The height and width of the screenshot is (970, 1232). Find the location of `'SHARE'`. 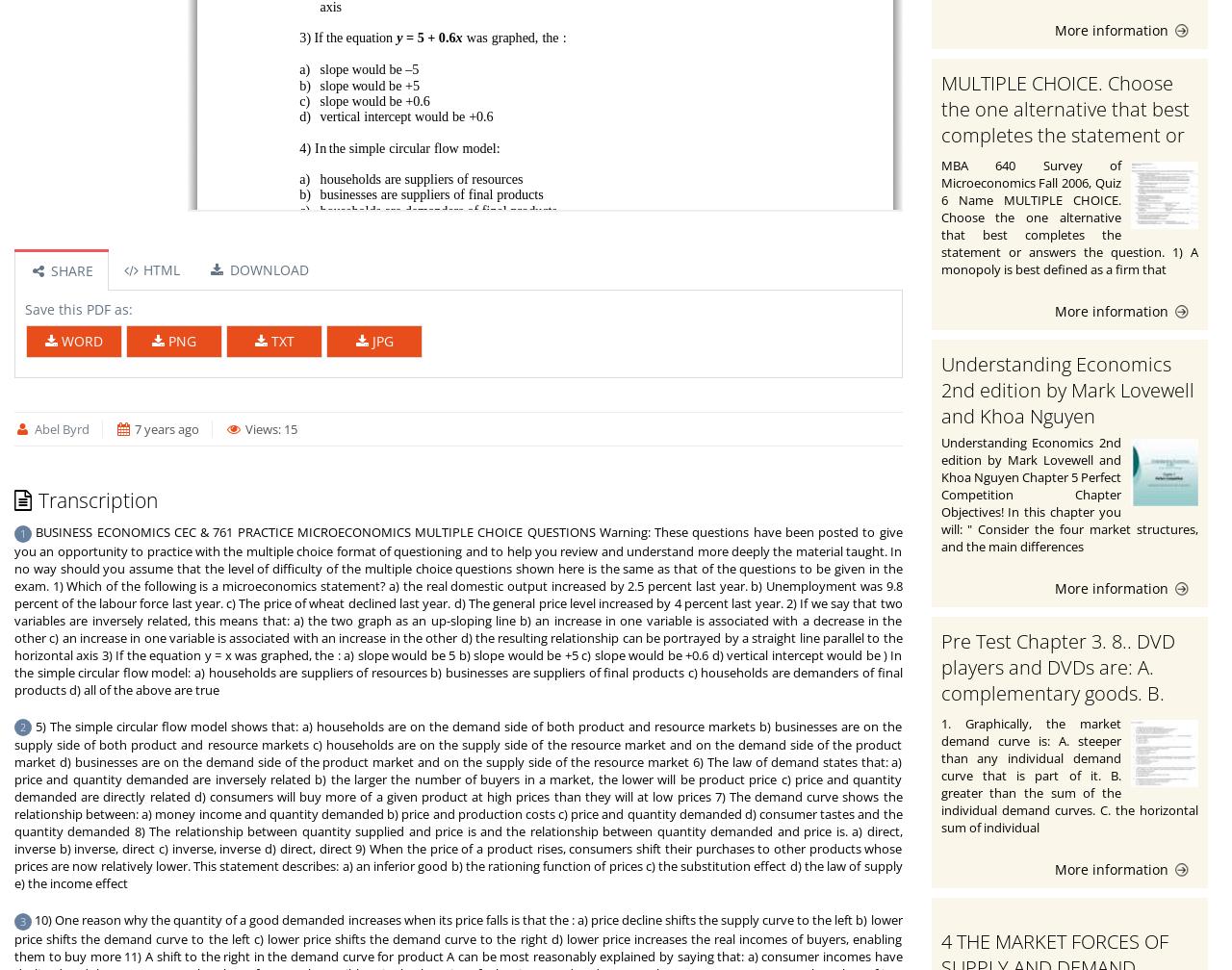

'SHARE' is located at coordinates (68, 270).